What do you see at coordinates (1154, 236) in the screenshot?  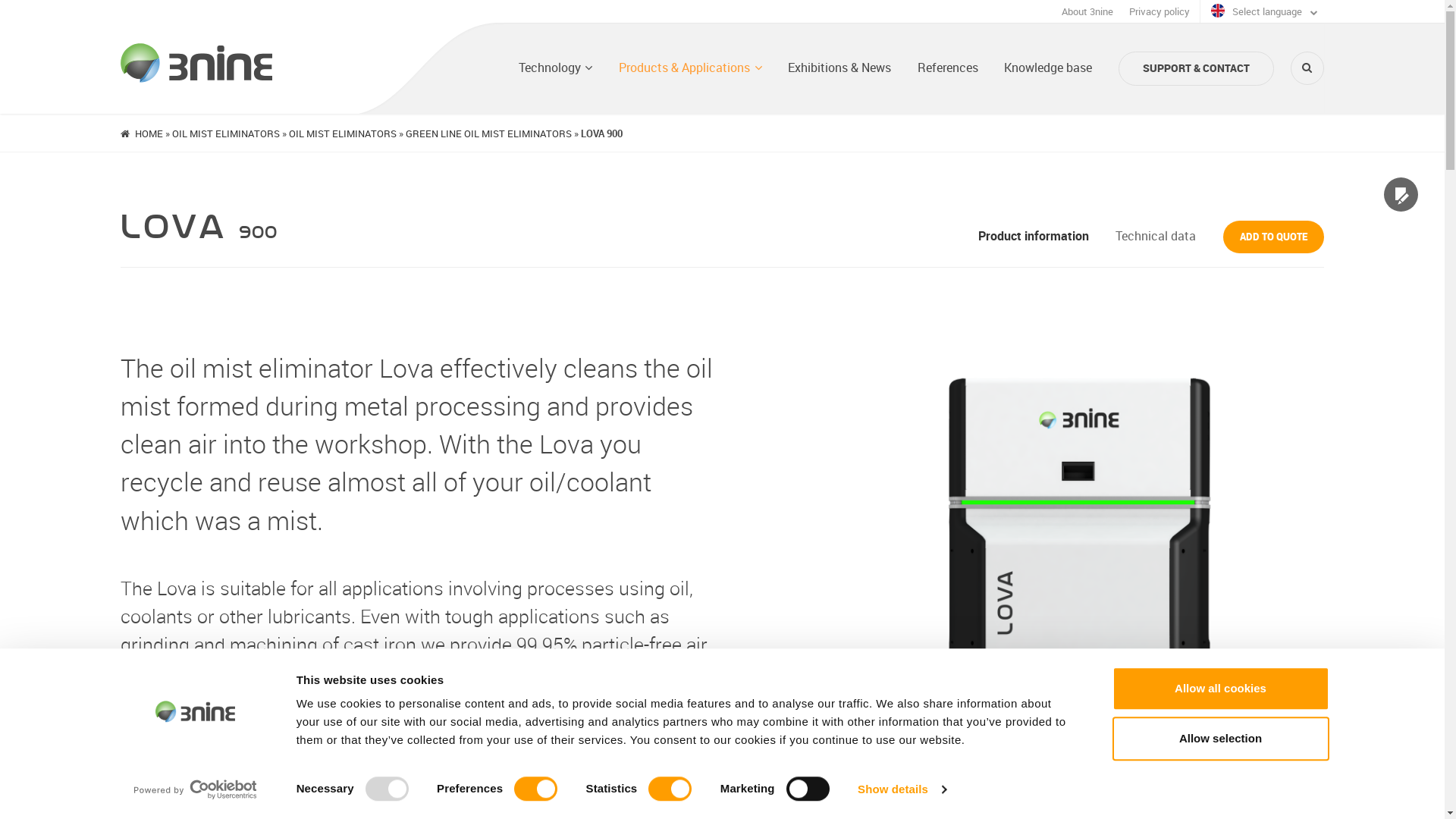 I see `'Technical data'` at bounding box center [1154, 236].